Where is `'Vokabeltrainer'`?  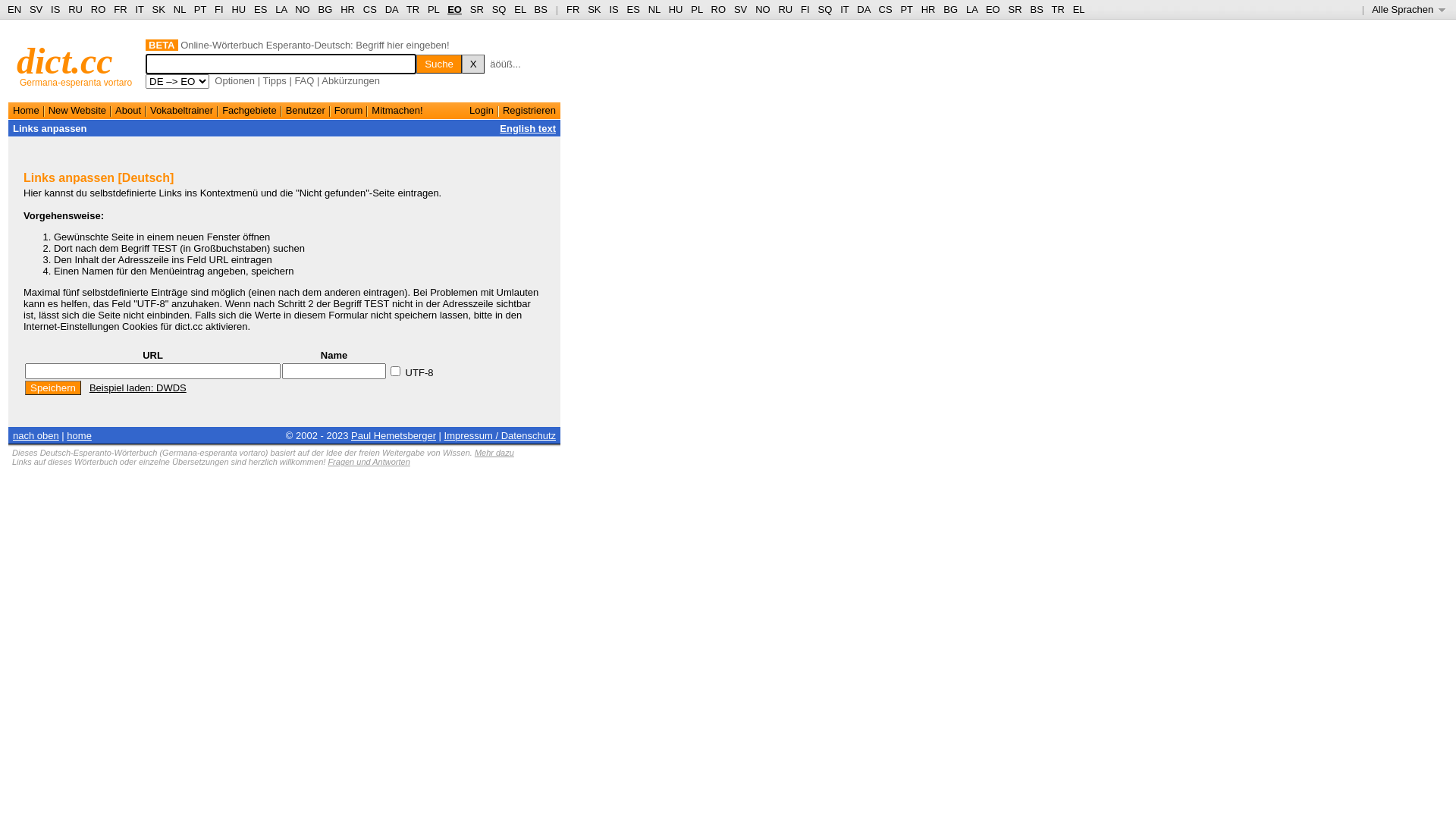 'Vokabeltrainer' is located at coordinates (181, 109).